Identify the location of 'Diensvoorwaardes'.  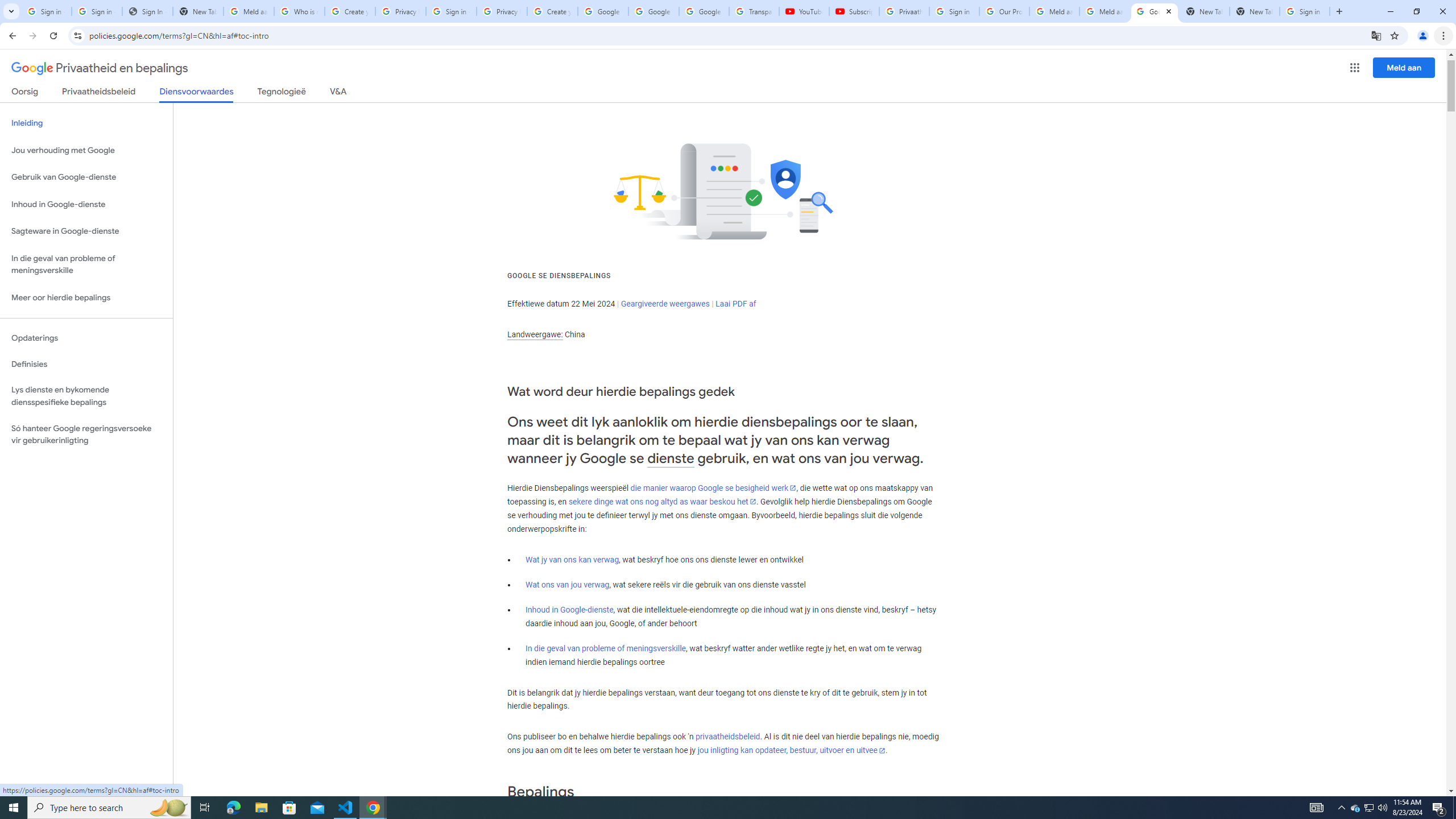
(196, 94).